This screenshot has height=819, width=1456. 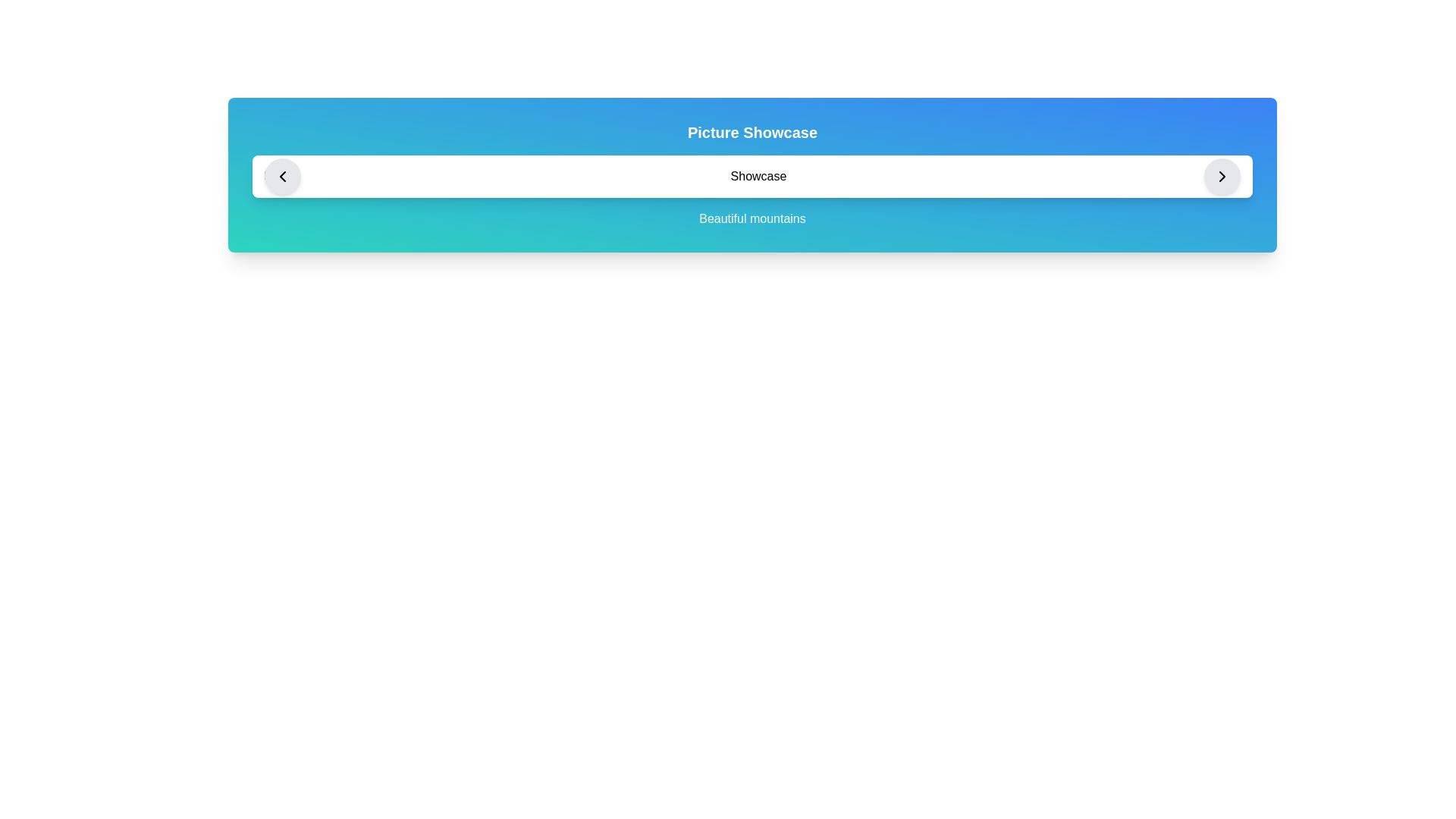 What do you see at coordinates (1222, 175) in the screenshot?
I see `the rightward-pointing chevron icon button with a minimalistic design, which is located on the right end of the navigation bar` at bounding box center [1222, 175].